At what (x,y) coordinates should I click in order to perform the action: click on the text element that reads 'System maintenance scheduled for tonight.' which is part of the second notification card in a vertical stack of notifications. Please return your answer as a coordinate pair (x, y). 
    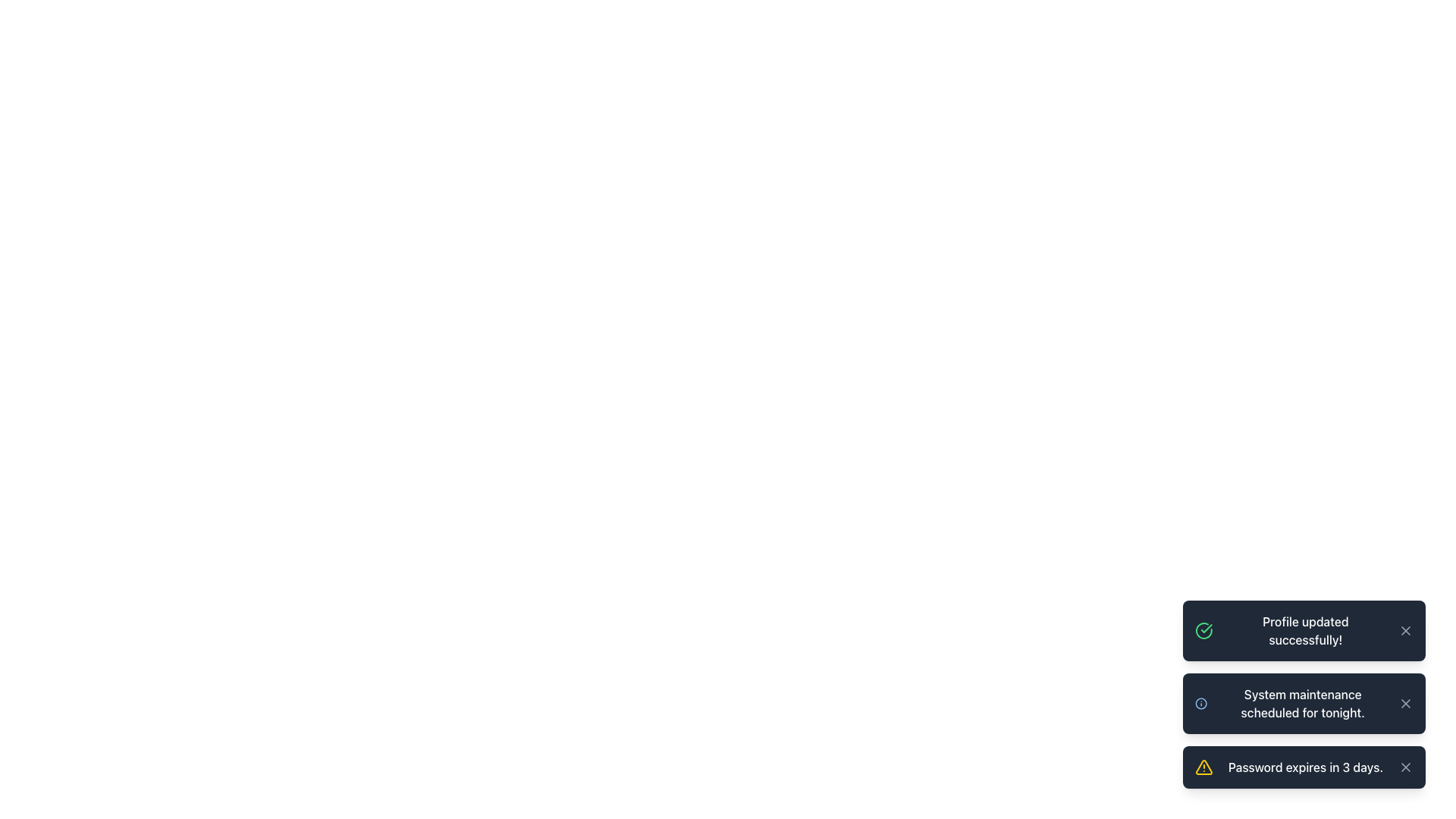
    Looking at the image, I should click on (1302, 704).